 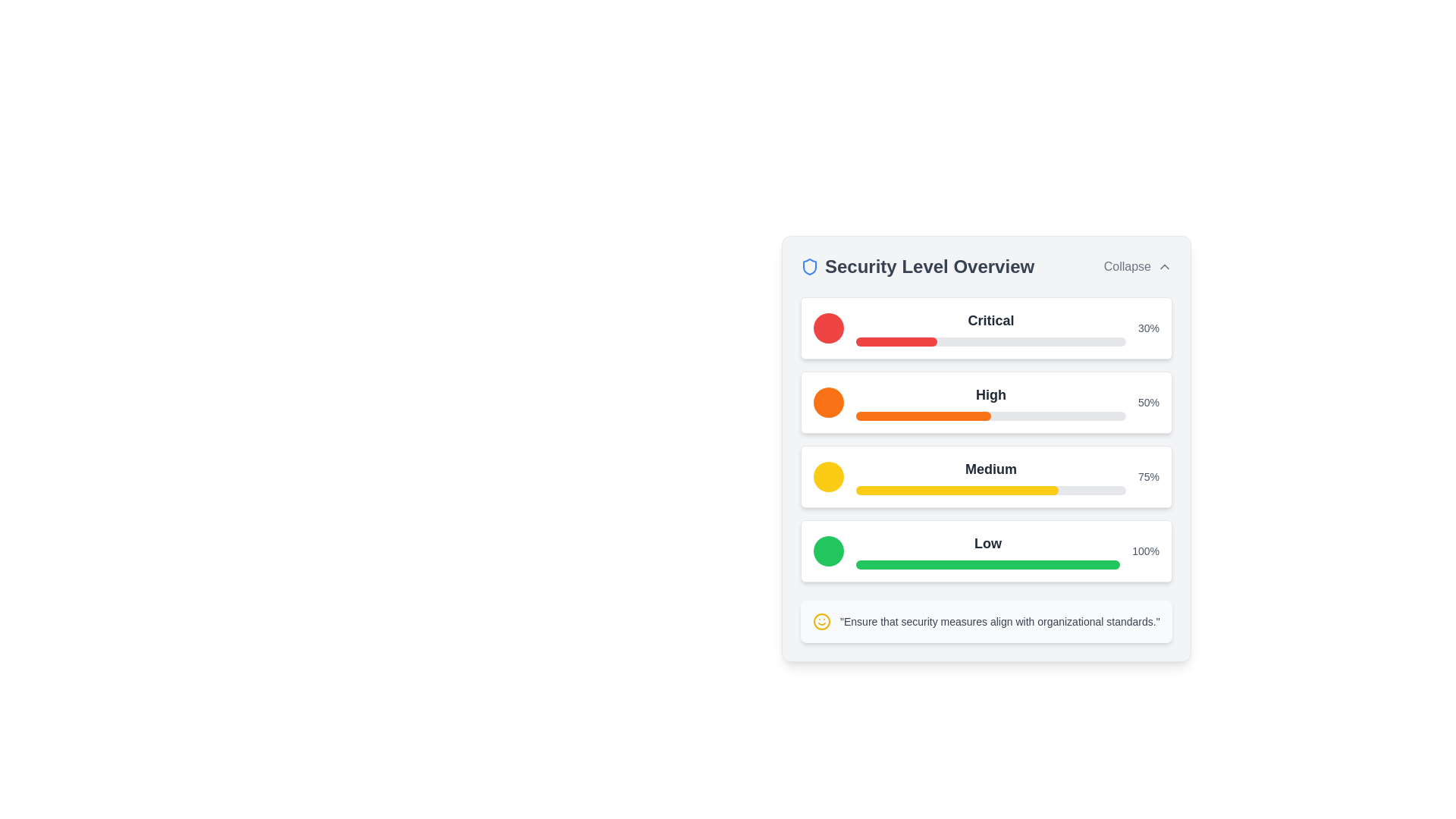 What do you see at coordinates (990, 468) in the screenshot?
I see `the 'Medium' label in the security level overview panel, which is displayed in bold dark gray text and located centrally in its row, above a yellow progress bar` at bounding box center [990, 468].